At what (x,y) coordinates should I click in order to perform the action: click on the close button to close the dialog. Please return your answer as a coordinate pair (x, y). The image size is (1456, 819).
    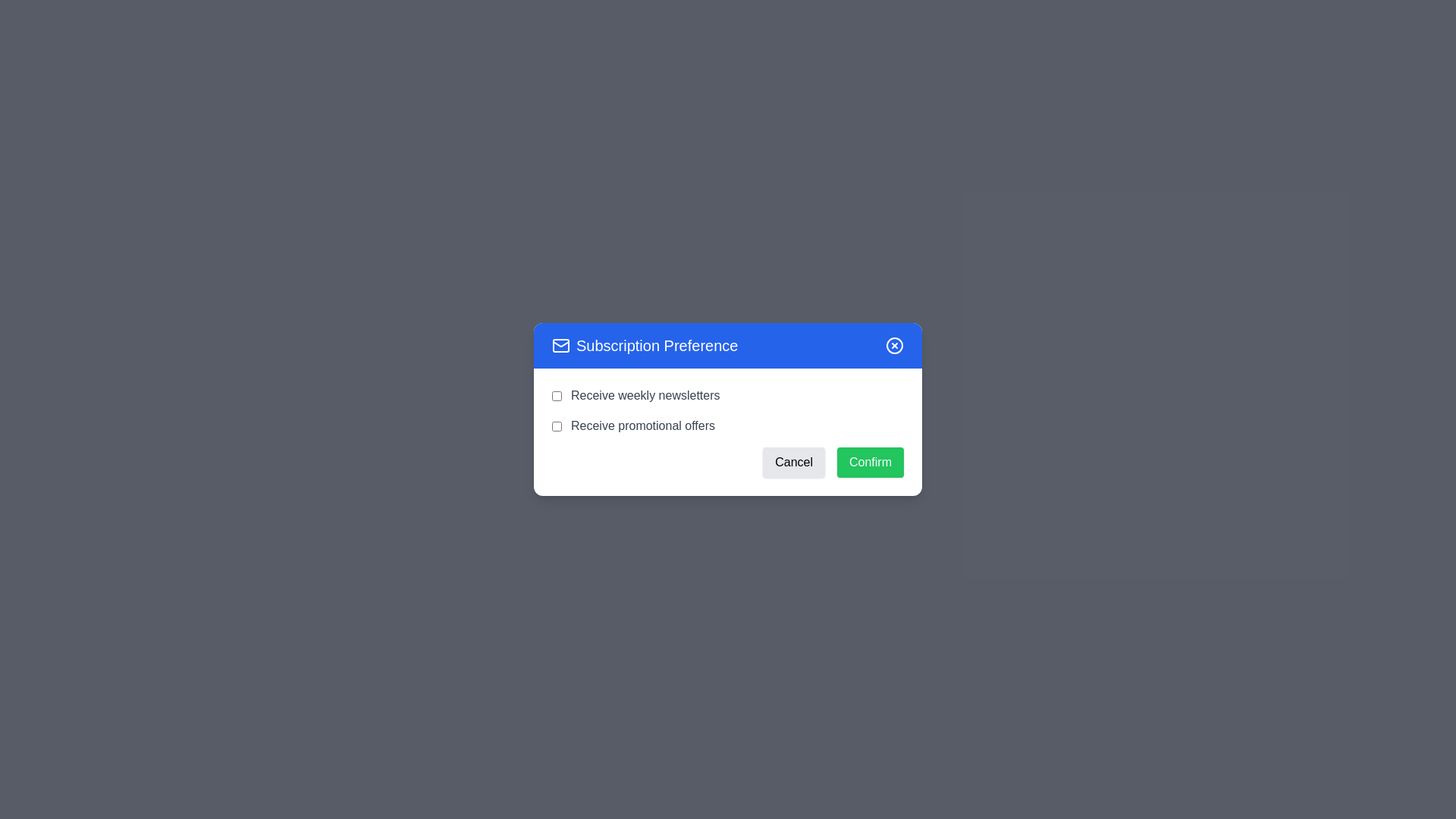
    Looking at the image, I should click on (895, 345).